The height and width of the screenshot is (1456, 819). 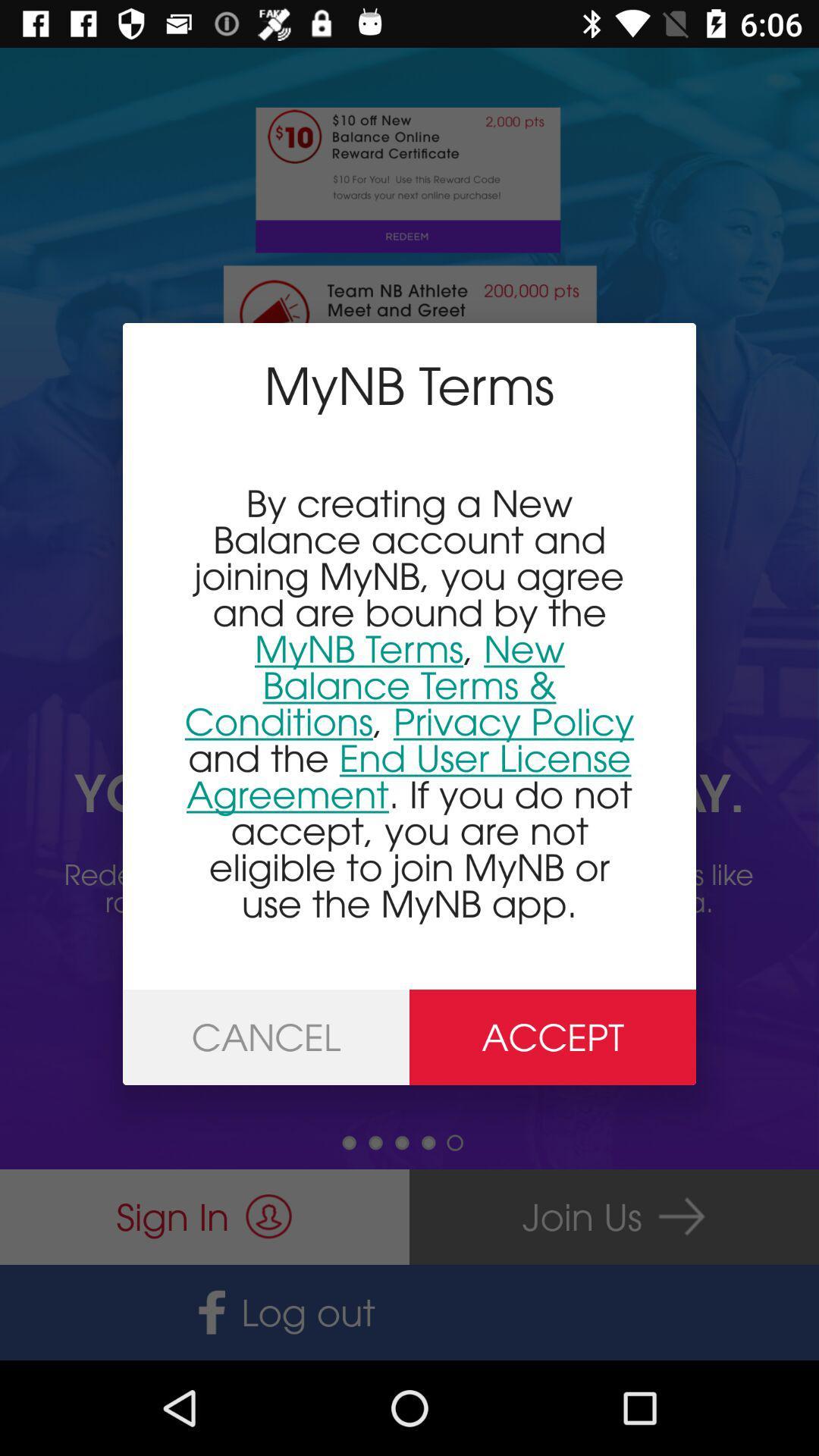 I want to click on the item next to the accept, so click(x=265, y=1037).